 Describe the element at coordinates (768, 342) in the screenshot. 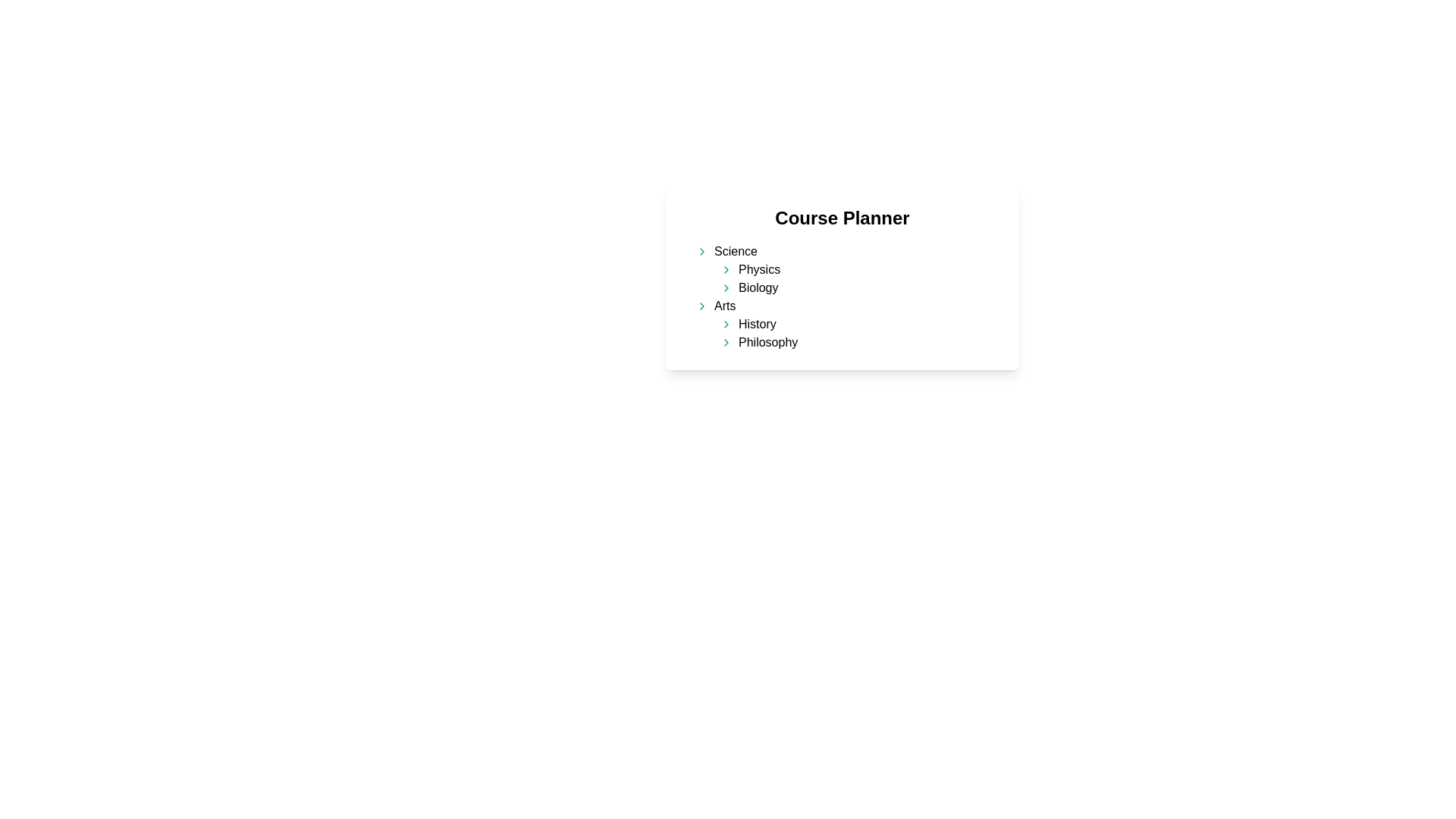

I see `the 'Philosophy' text label, which indicates its presence in the 'Arts' section, located underneath the 'History' sub-category, and is aligned horizontally next to a green arrow icon` at that location.